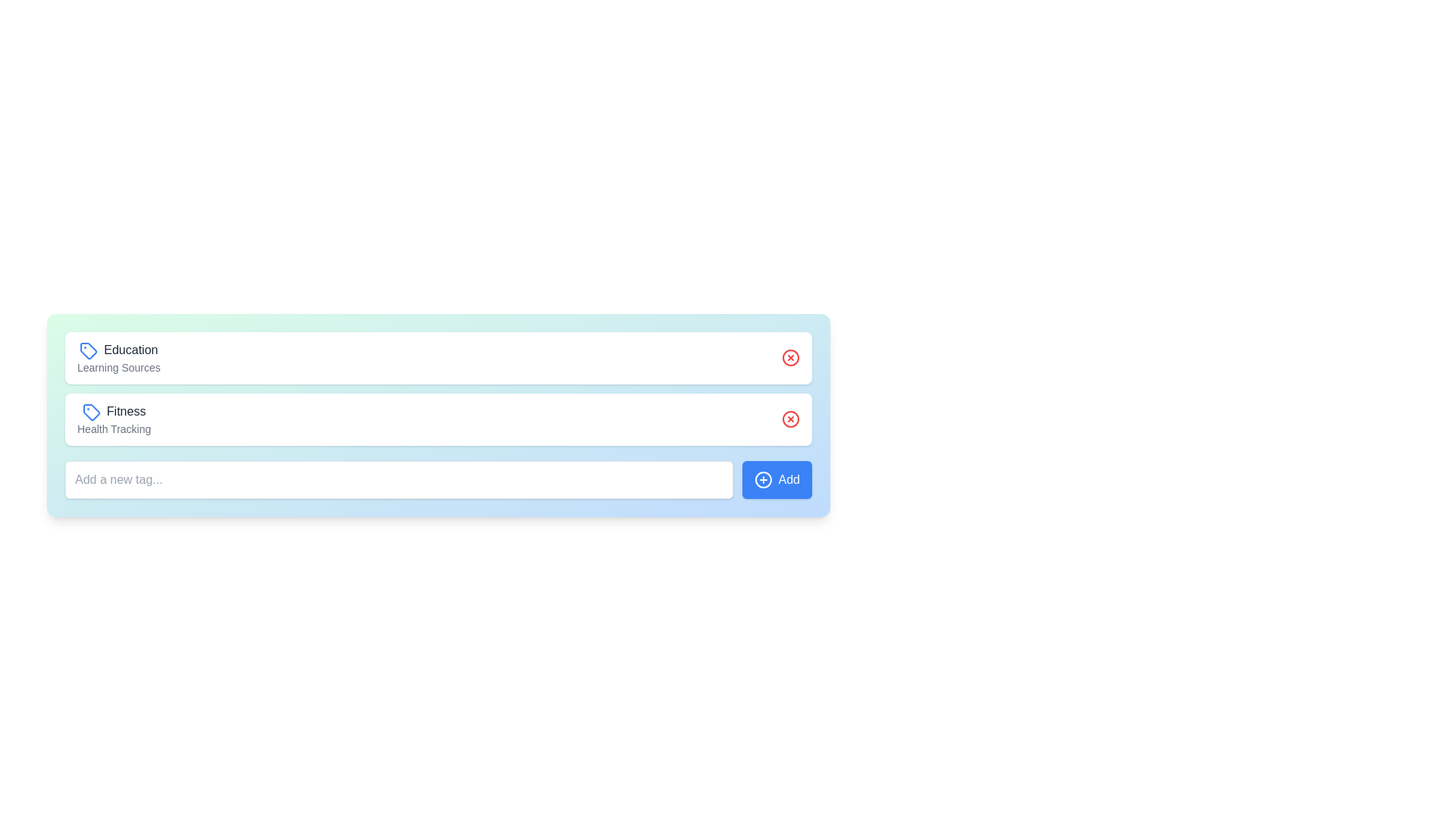 This screenshot has height=819, width=1456. I want to click on the descriptive text label that provides additional information about the 'Education' category, positioned below the 'Education' label, so click(118, 367).